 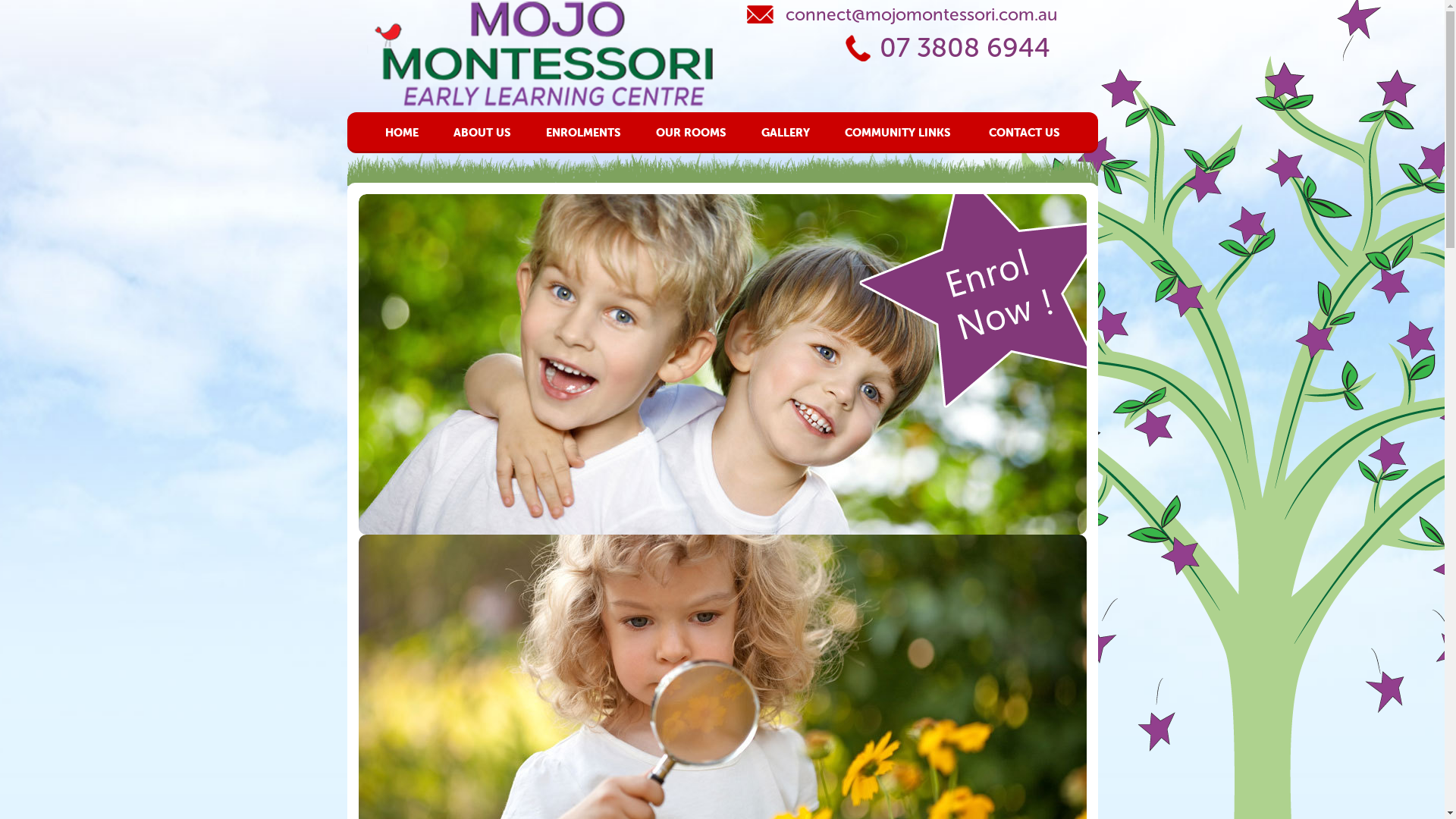 What do you see at coordinates (786, 130) in the screenshot?
I see `'GALLERY'` at bounding box center [786, 130].